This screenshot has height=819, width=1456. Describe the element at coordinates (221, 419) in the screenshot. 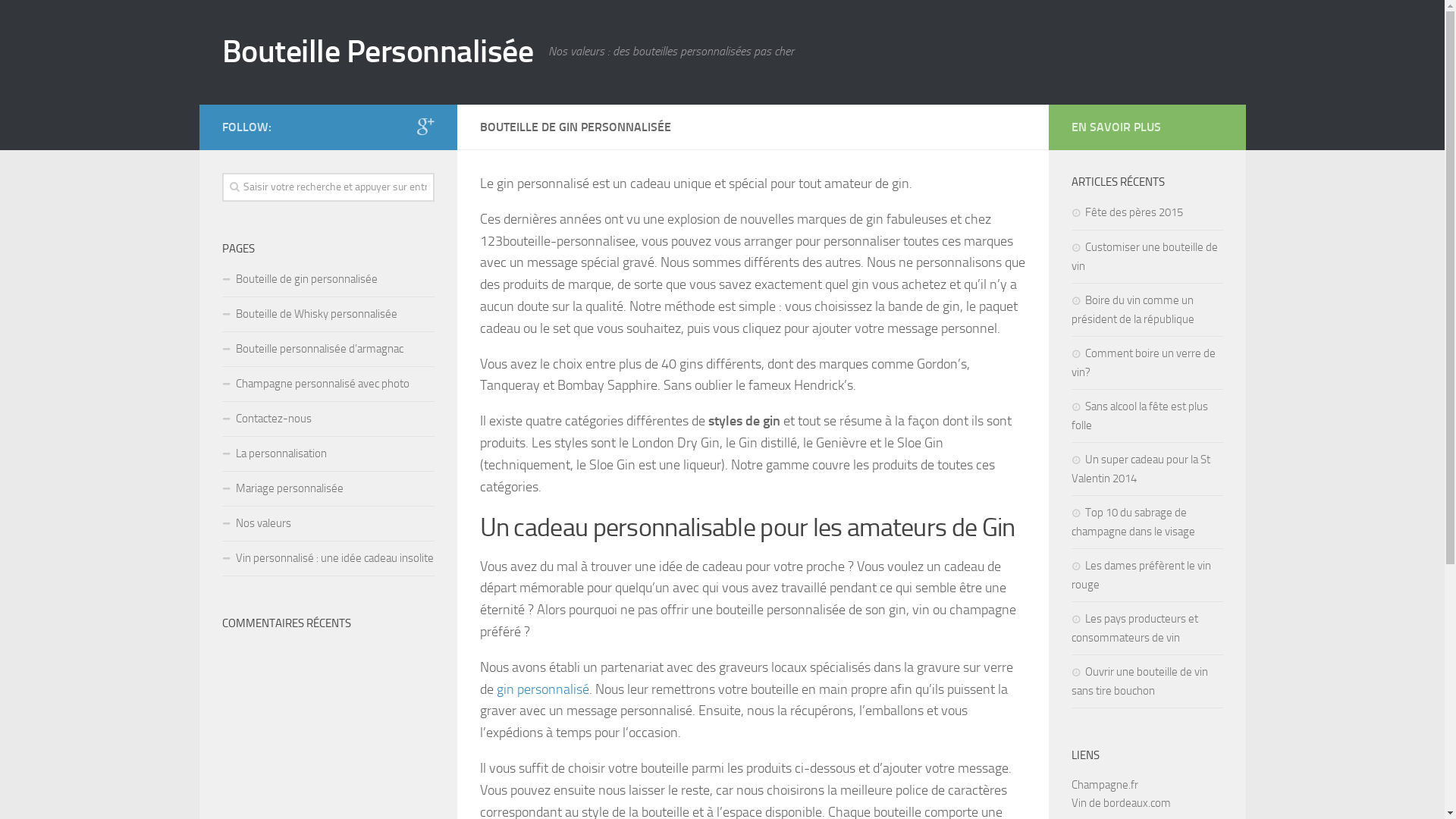

I see `'Contactez-nous'` at that location.